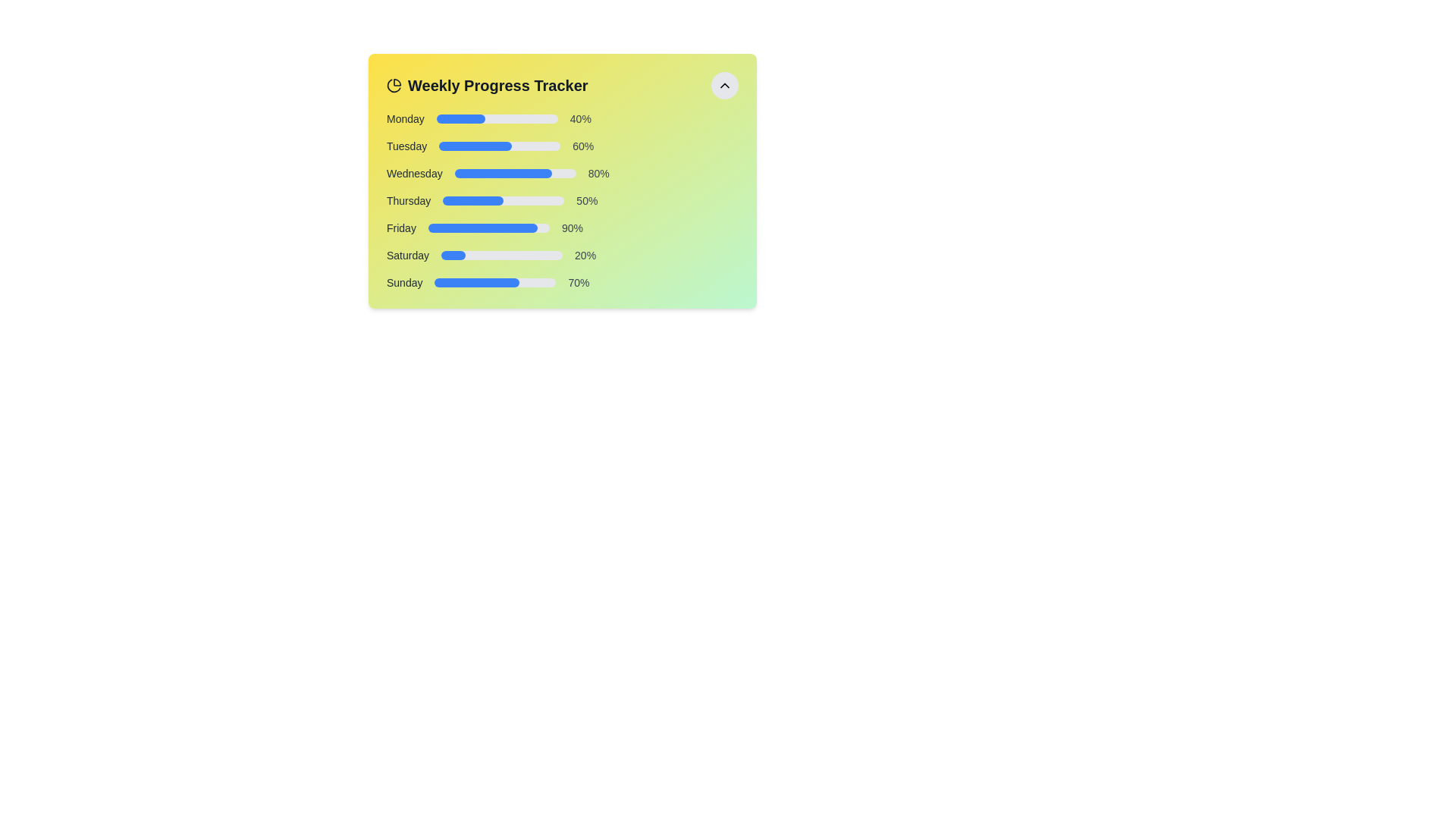 The height and width of the screenshot is (819, 1456). What do you see at coordinates (578, 283) in the screenshot?
I see `the text element displaying '70%' which indicates the completion percentage for 'Sunday' in the progress tracker interface` at bounding box center [578, 283].